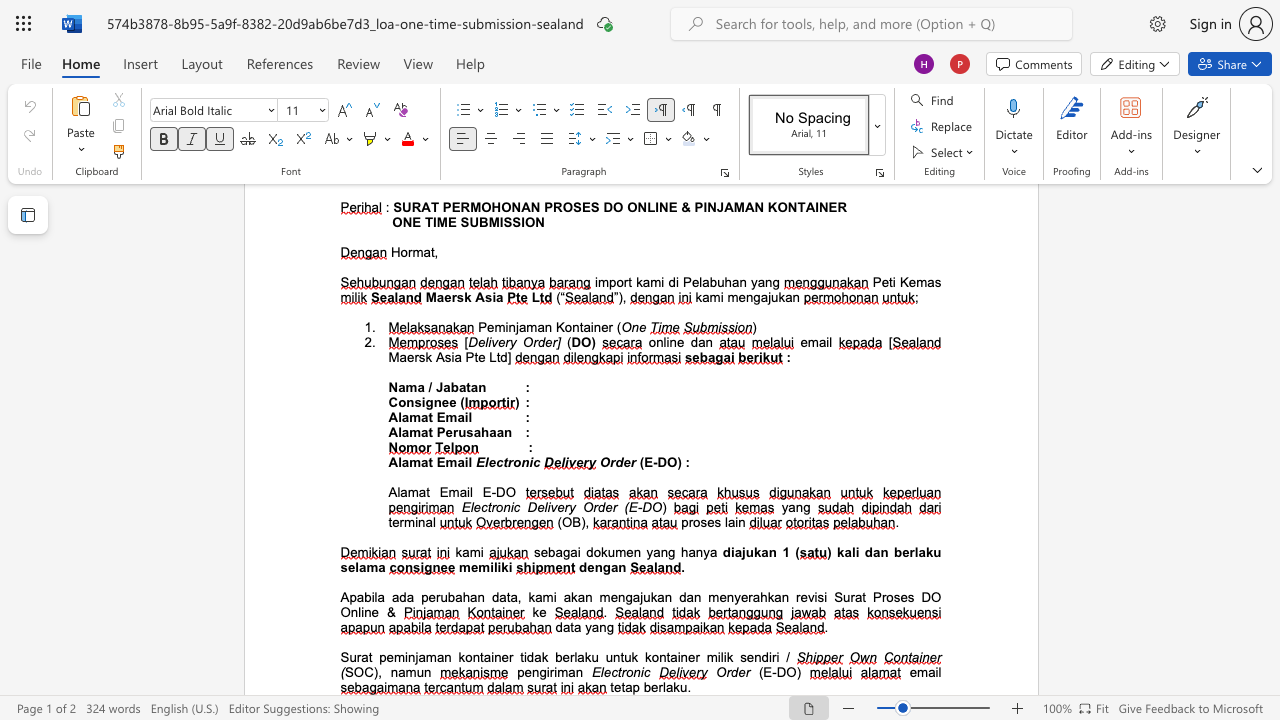  What do you see at coordinates (631, 686) in the screenshot?
I see `the subset text "p b" within the text "tetap berlaku."` at bounding box center [631, 686].